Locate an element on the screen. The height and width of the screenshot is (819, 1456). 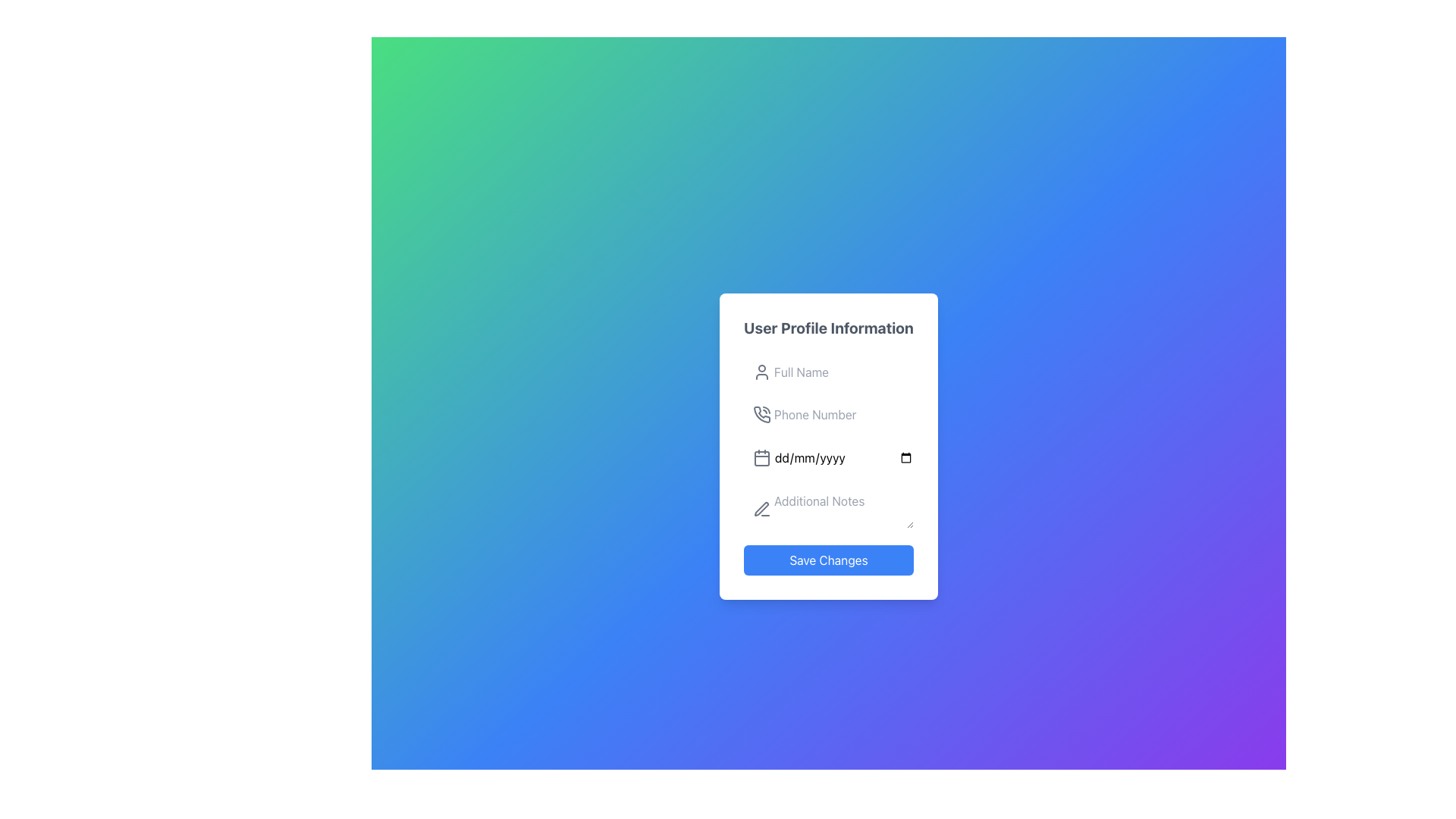
the decorative shape within the SVG calendar icon, which is located to the left of the 'dd/mm/yyyy' input field is located at coordinates (761, 458).